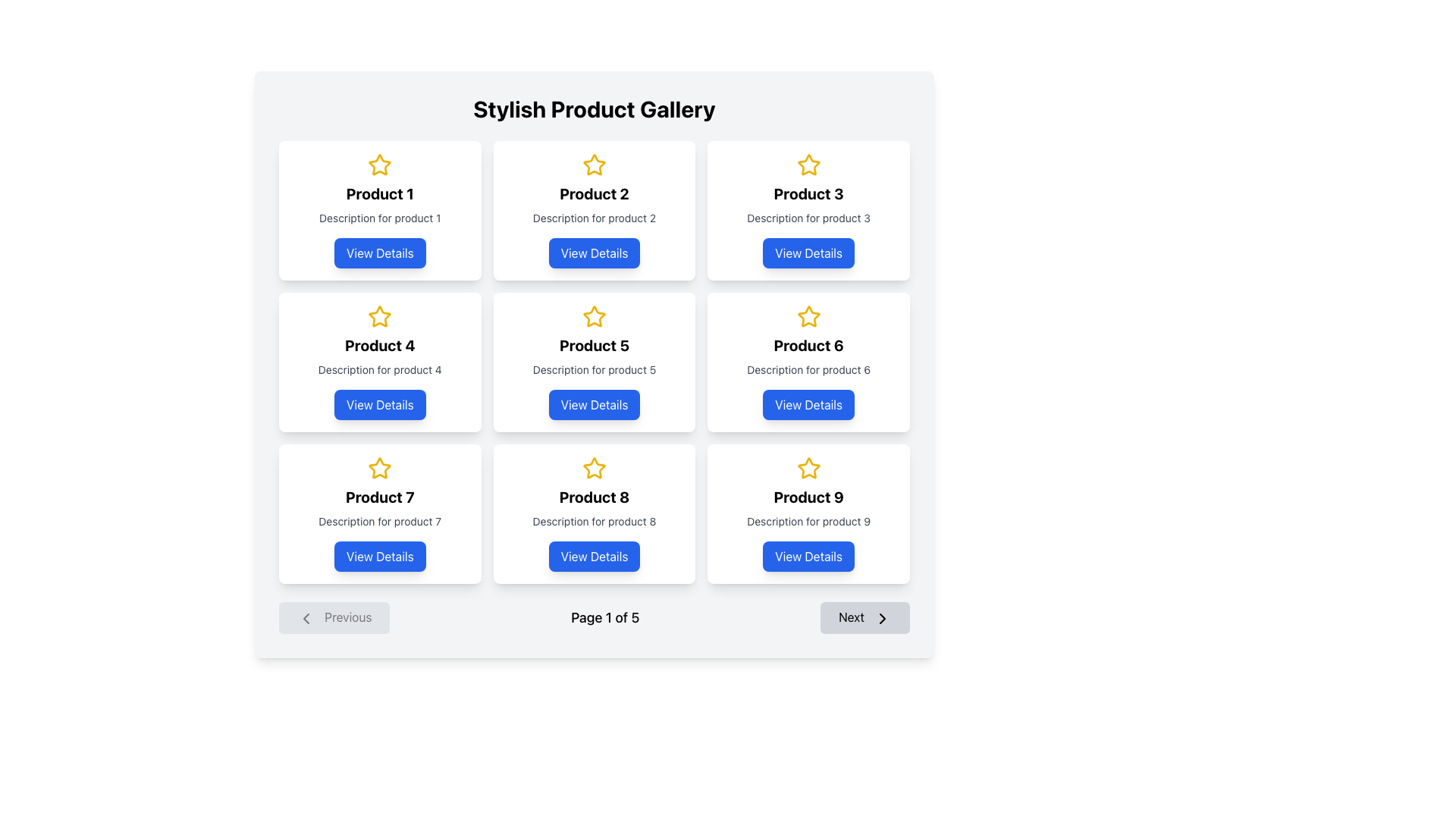 The width and height of the screenshot is (1456, 819). What do you see at coordinates (808, 467) in the screenshot?
I see `the yellow five-pointed star icon, which is used for marking or unmarking products as favorite, located above the 'Product 9' label in the product grid` at bounding box center [808, 467].